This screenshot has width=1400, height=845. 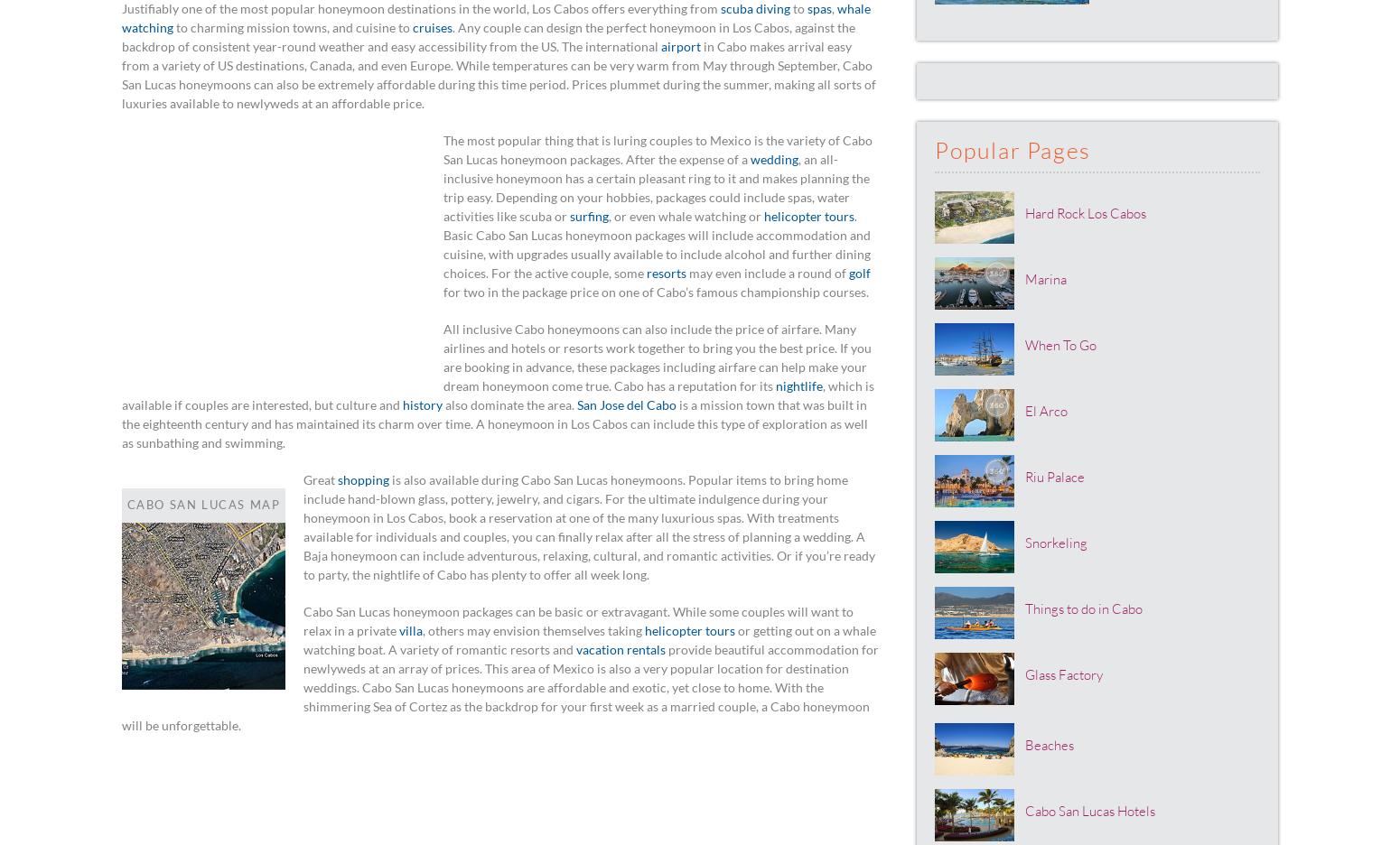 I want to click on ', which is available if couples are interested, but culture and', so click(x=122, y=395).